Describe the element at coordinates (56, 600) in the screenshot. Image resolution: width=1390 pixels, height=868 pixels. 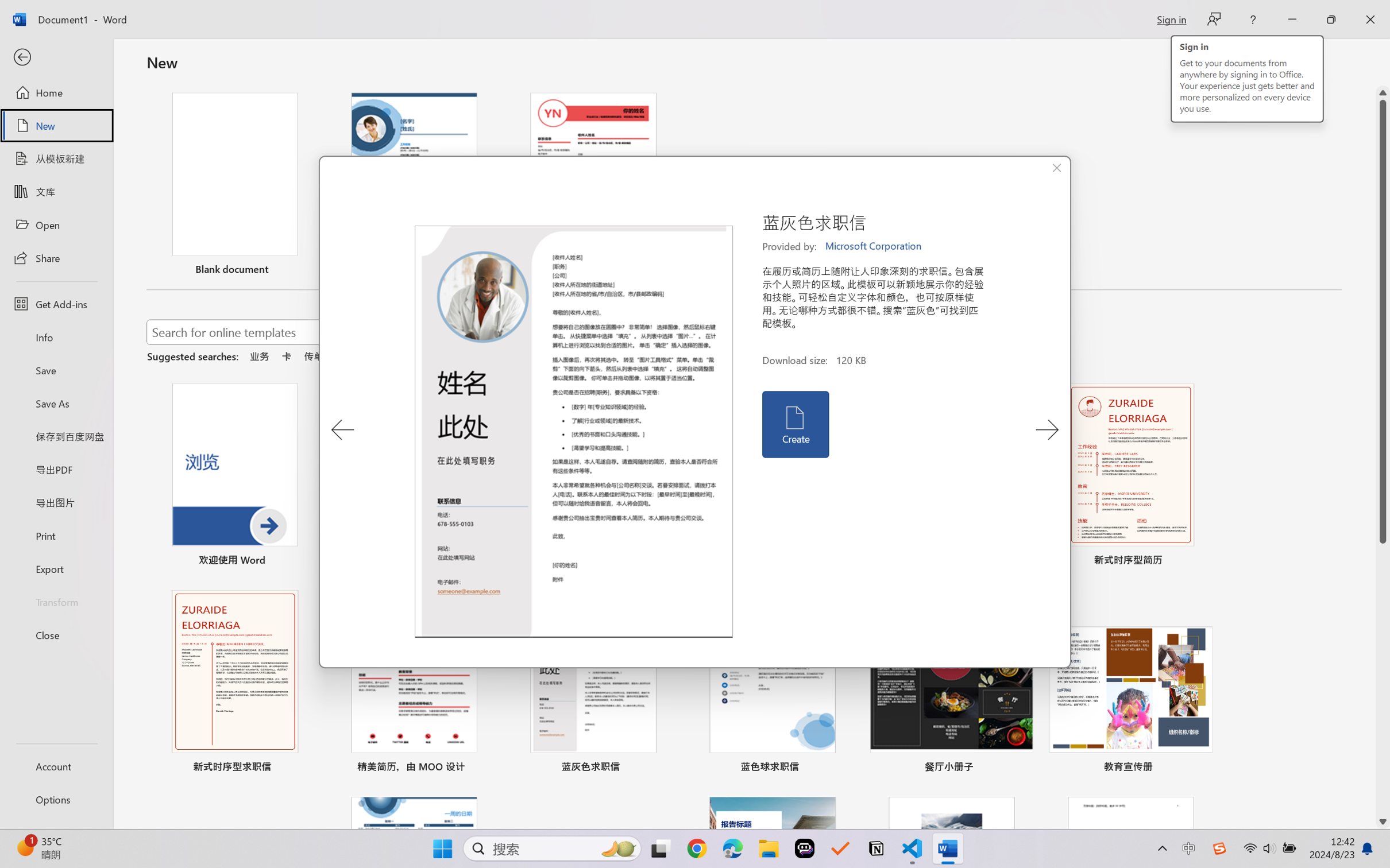
I see `'Transform'` at that location.